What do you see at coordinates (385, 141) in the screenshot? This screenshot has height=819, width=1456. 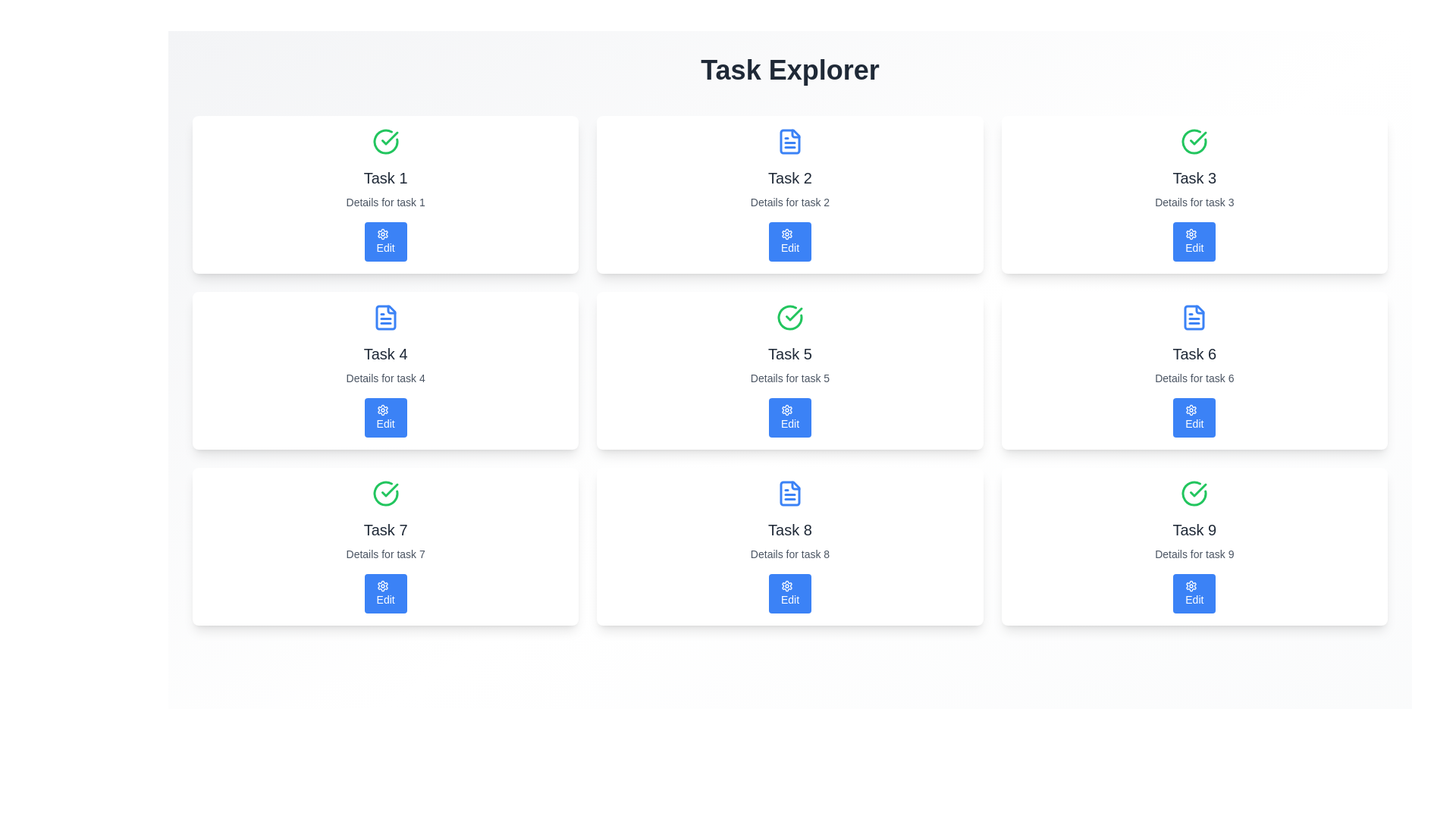 I see `the green circular checkmark icon located in the top-left card of the grid layout, which symbolizes confirmation or success` at bounding box center [385, 141].